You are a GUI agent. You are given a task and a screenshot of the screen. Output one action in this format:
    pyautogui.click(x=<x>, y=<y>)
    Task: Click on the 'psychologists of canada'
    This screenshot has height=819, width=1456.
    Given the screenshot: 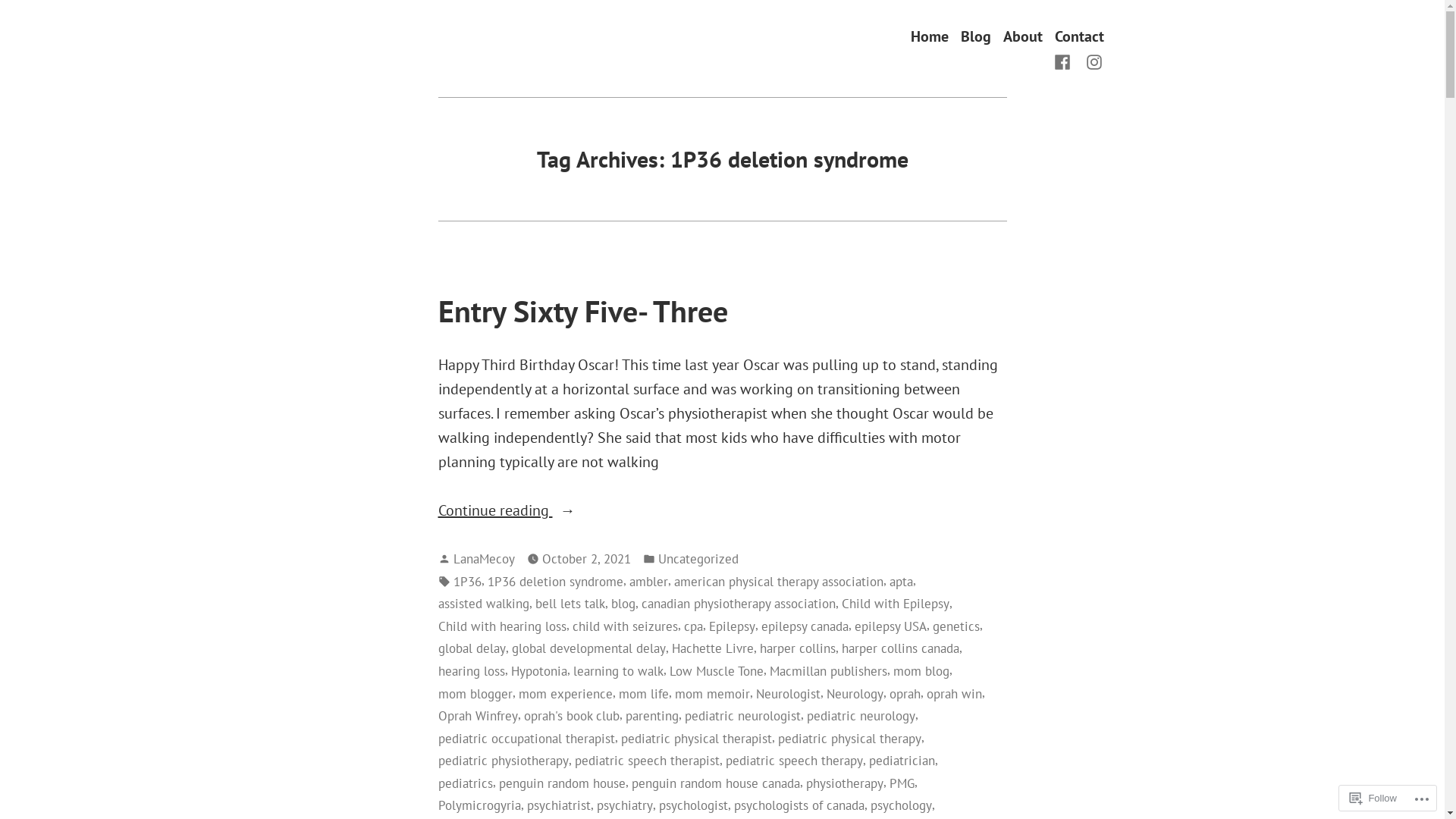 What is the action you would take?
    pyautogui.click(x=799, y=804)
    